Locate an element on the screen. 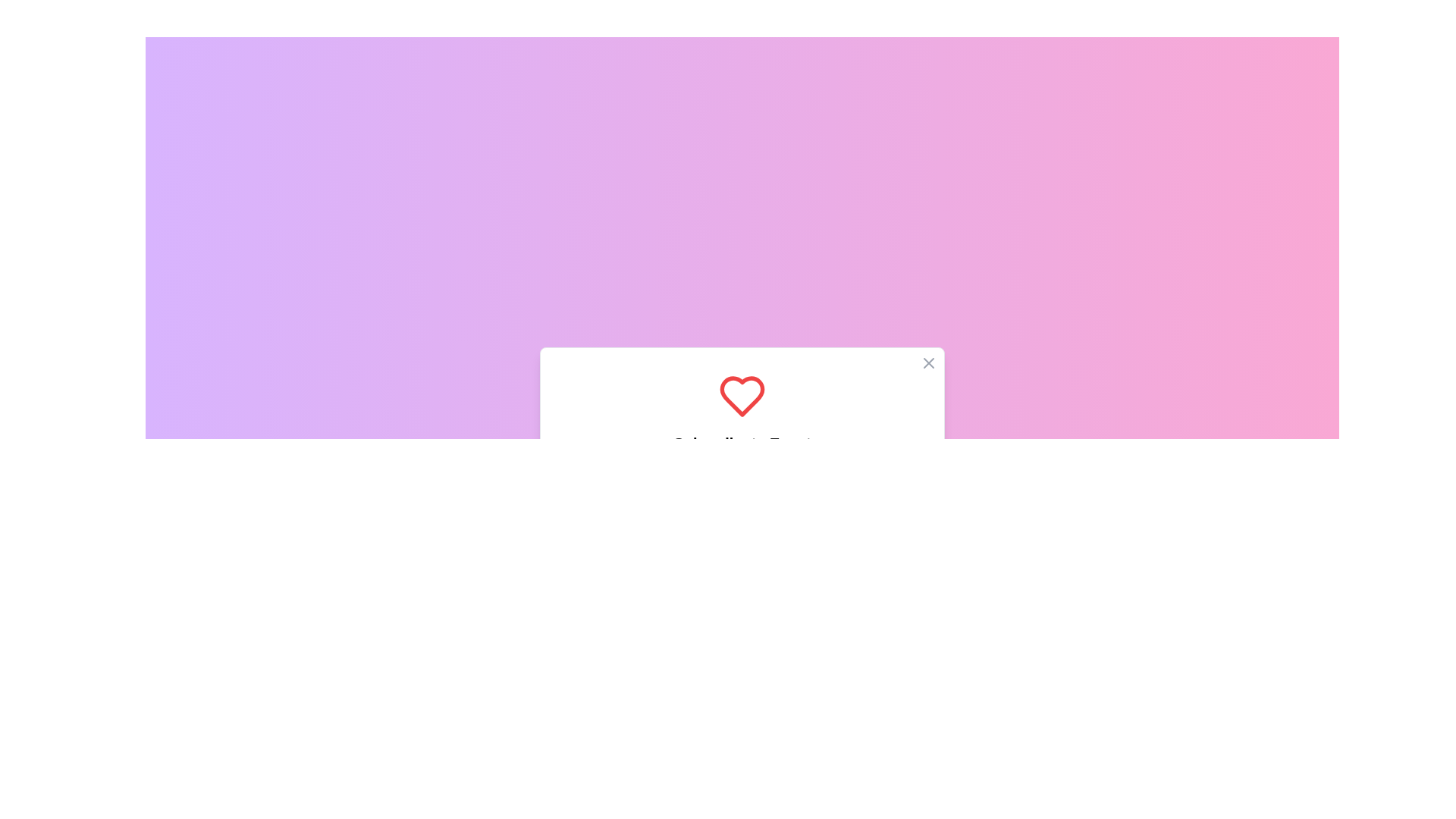 This screenshot has height=819, width=1456. inside the subscription prompt modal dialog box, which is centrally positioned and visually distinct with a gradient background is located at coordinates (742, 446).